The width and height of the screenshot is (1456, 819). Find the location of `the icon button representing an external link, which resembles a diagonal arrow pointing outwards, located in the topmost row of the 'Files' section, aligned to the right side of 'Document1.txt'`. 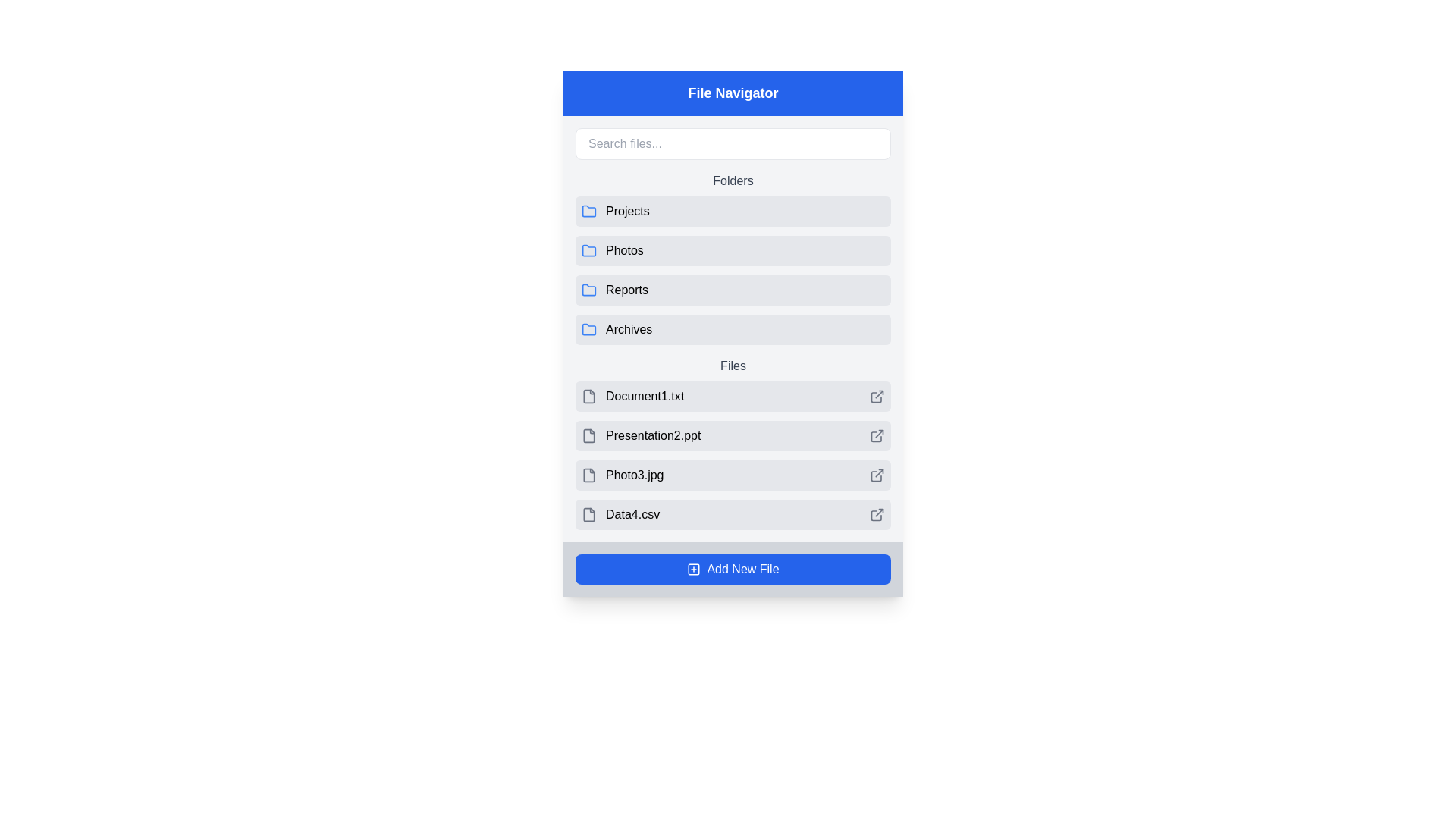

the icon button representing an external link, which resembles a diagonal arrow pointing outwards, located in the topmost row of the 'Files' section, aligned to the right side of 'Document1.txt' is located at coordinates (877, 396).